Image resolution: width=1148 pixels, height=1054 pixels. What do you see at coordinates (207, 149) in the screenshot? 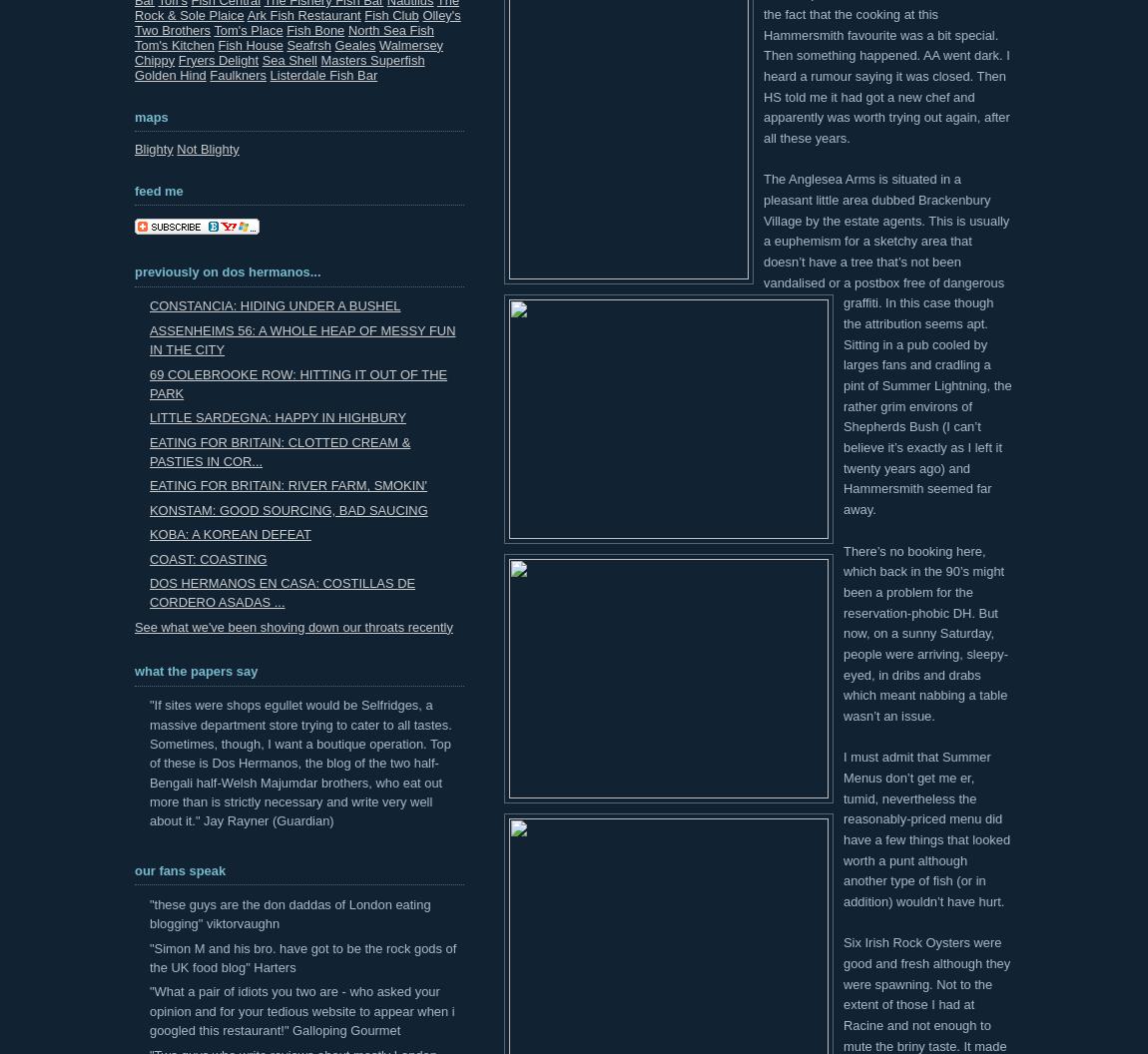
I see `'Not Blighty'` at bounding box center [207, 149].